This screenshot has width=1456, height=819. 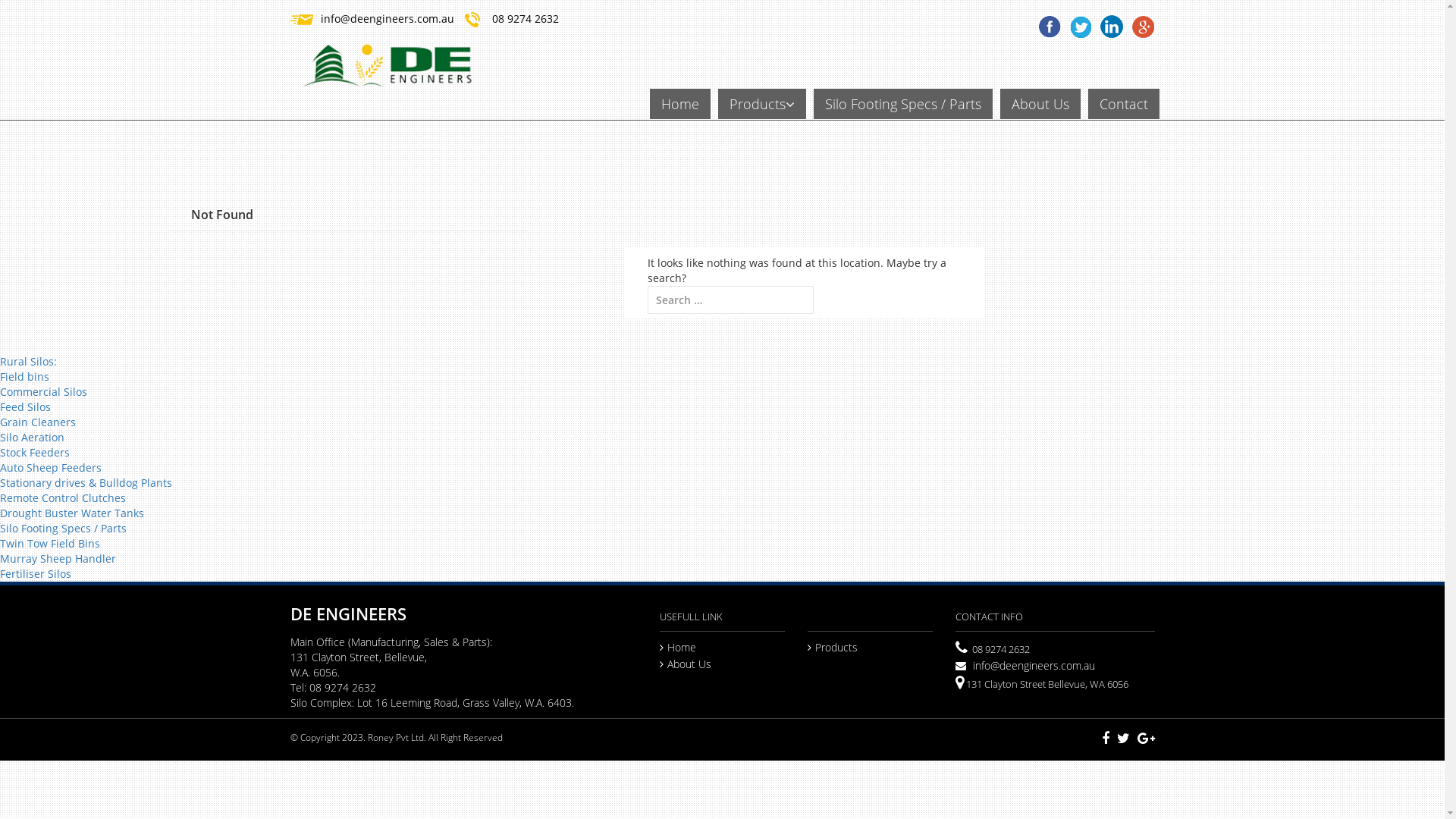 I want to click on 'Drought Buster Water Tanks', so click(x=71, y=512).